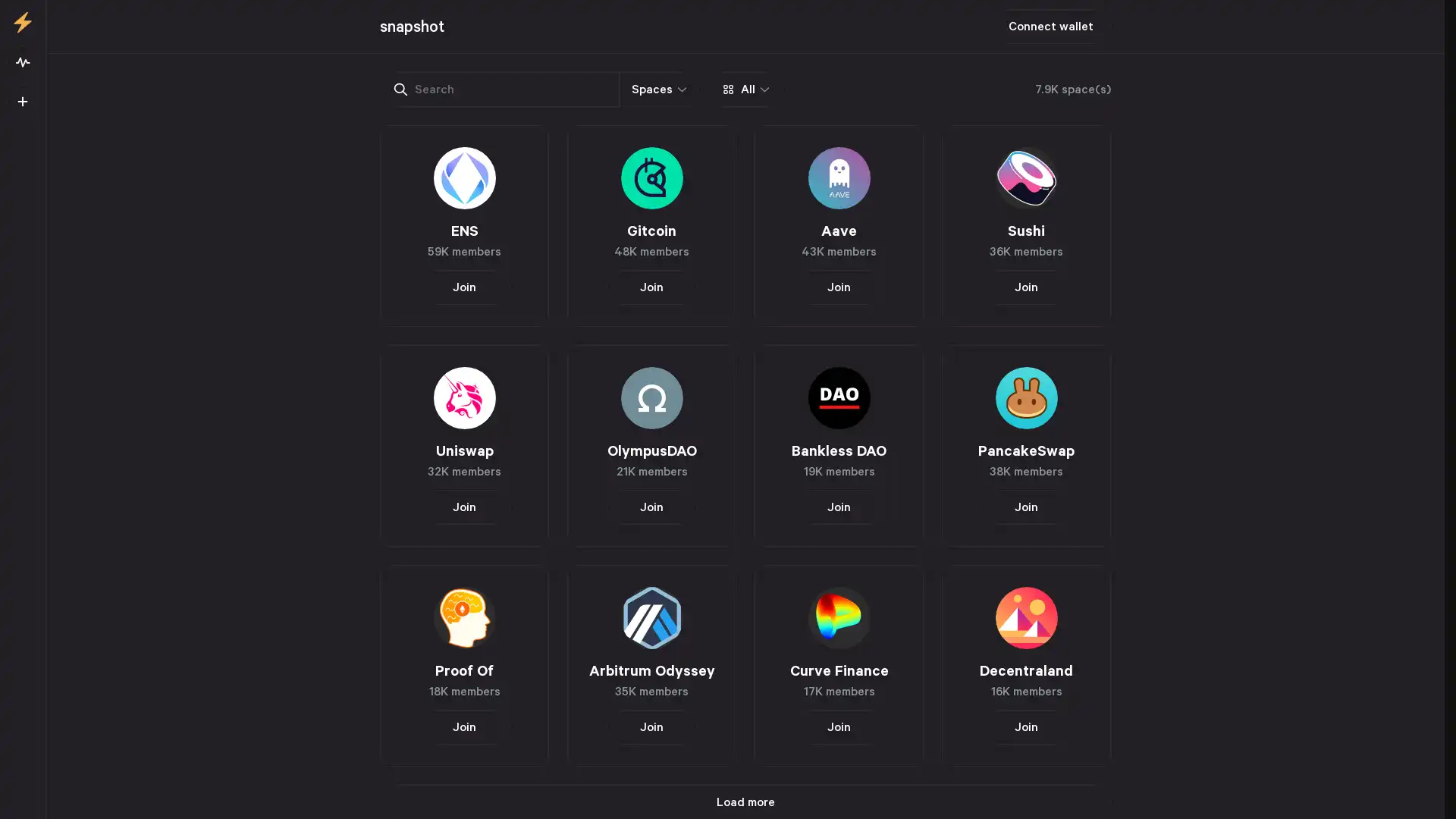 This screenshot has height=819, width=1456. Describe the element at coordinates (1026, 726) in the screenshot. I see `Join` at that location.